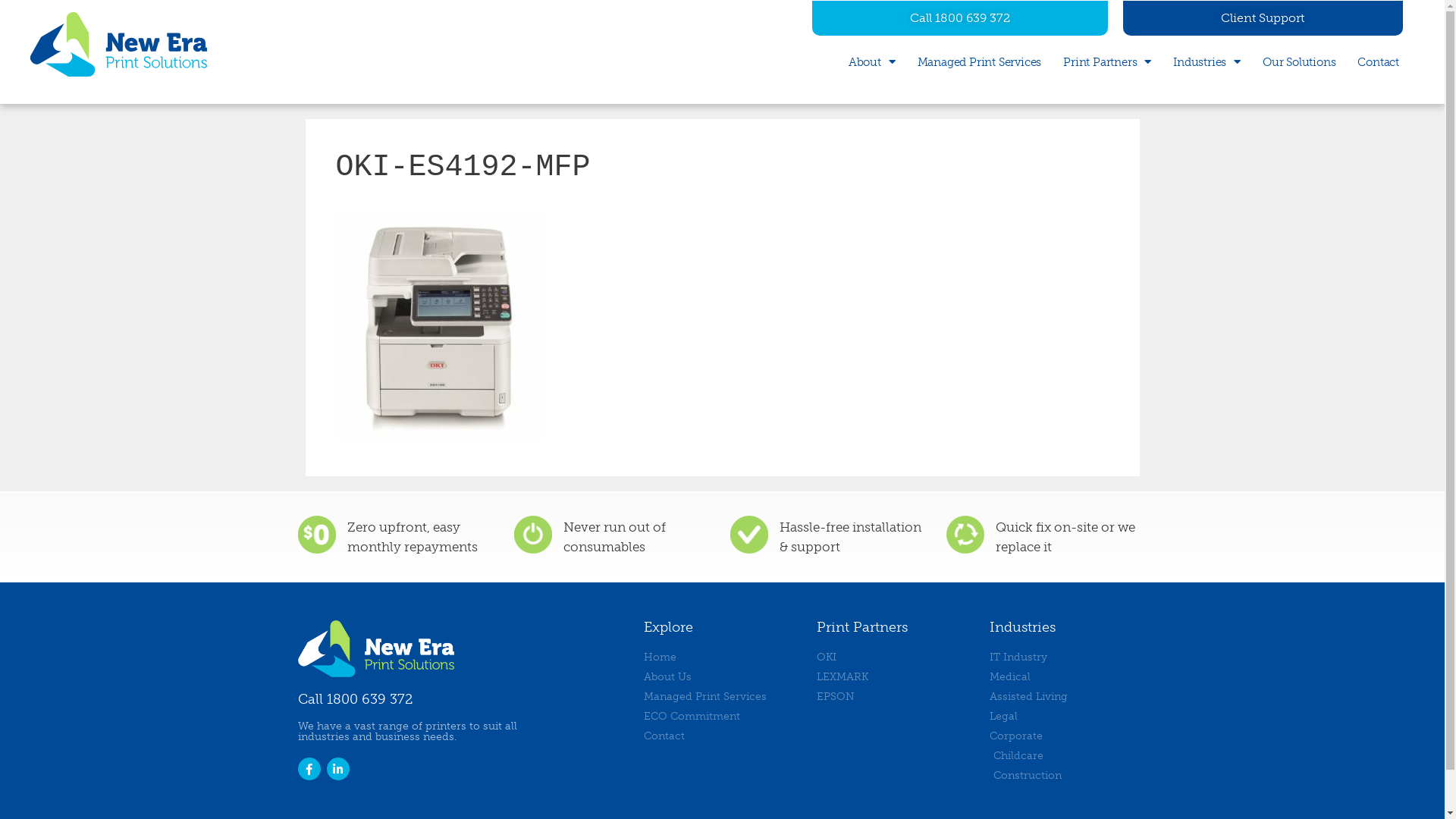 The height and width of the screenshot is (819, 1456). What do you see at coordinates (1263, 17) in the screenshot?
I see `'Client Support'` at bounding box center [1263, 17].